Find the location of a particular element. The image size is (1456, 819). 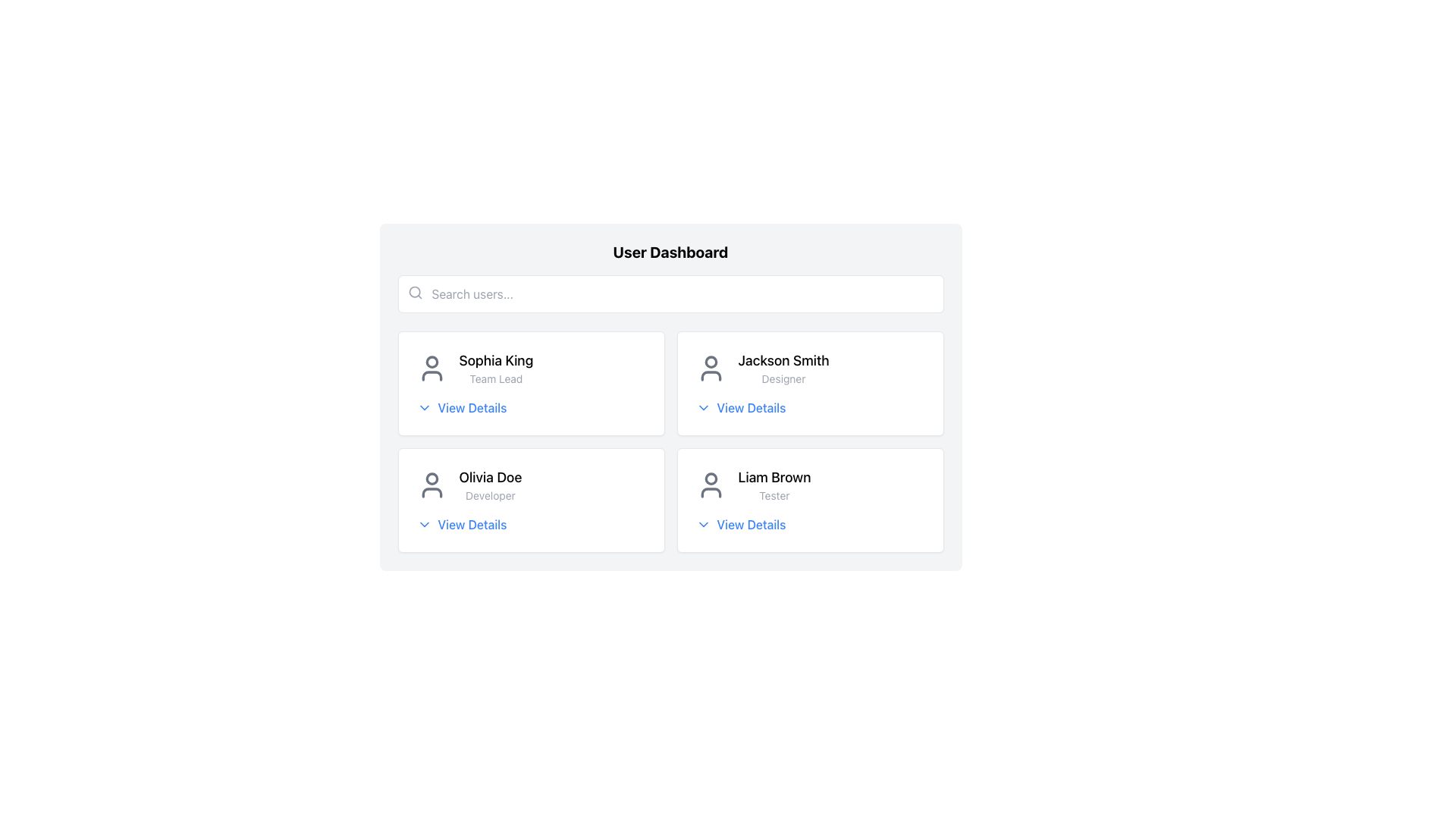

the collapsible icon located on the left side of the 'View Details' text within the card for 'Sophia King' is located at coordinates (424, 406).